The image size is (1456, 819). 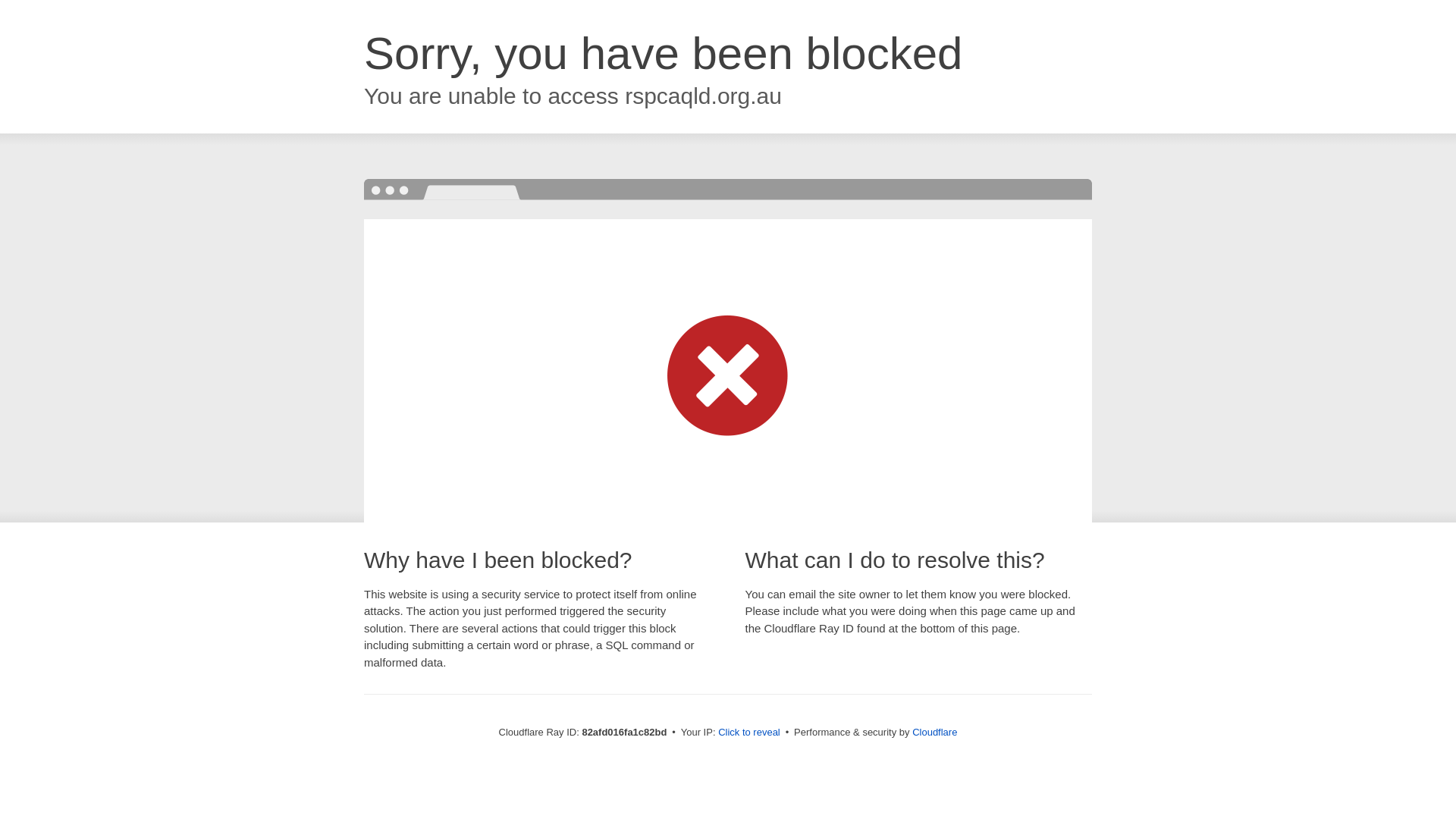 I want to click on 'Cloudflare', so click(x=912, y=731).